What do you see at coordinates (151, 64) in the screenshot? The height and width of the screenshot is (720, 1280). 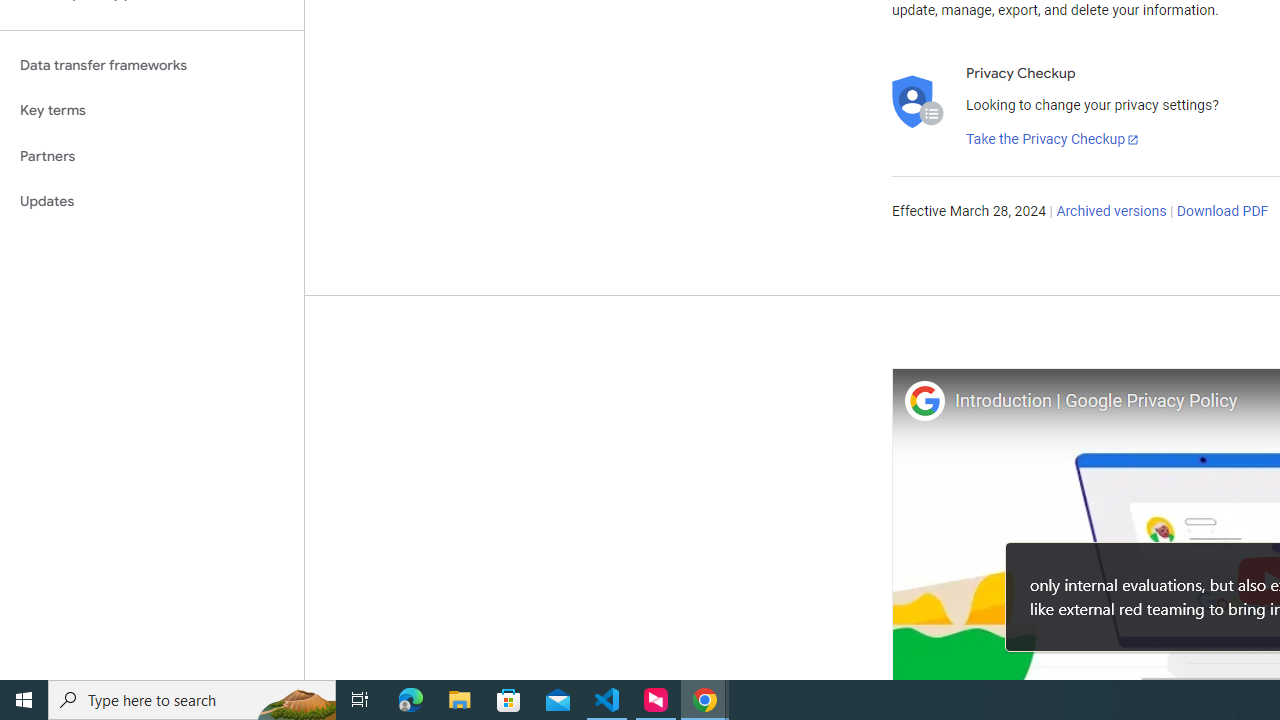 I see `'Data transfer frameworks'` at bounding box center [151, 64].